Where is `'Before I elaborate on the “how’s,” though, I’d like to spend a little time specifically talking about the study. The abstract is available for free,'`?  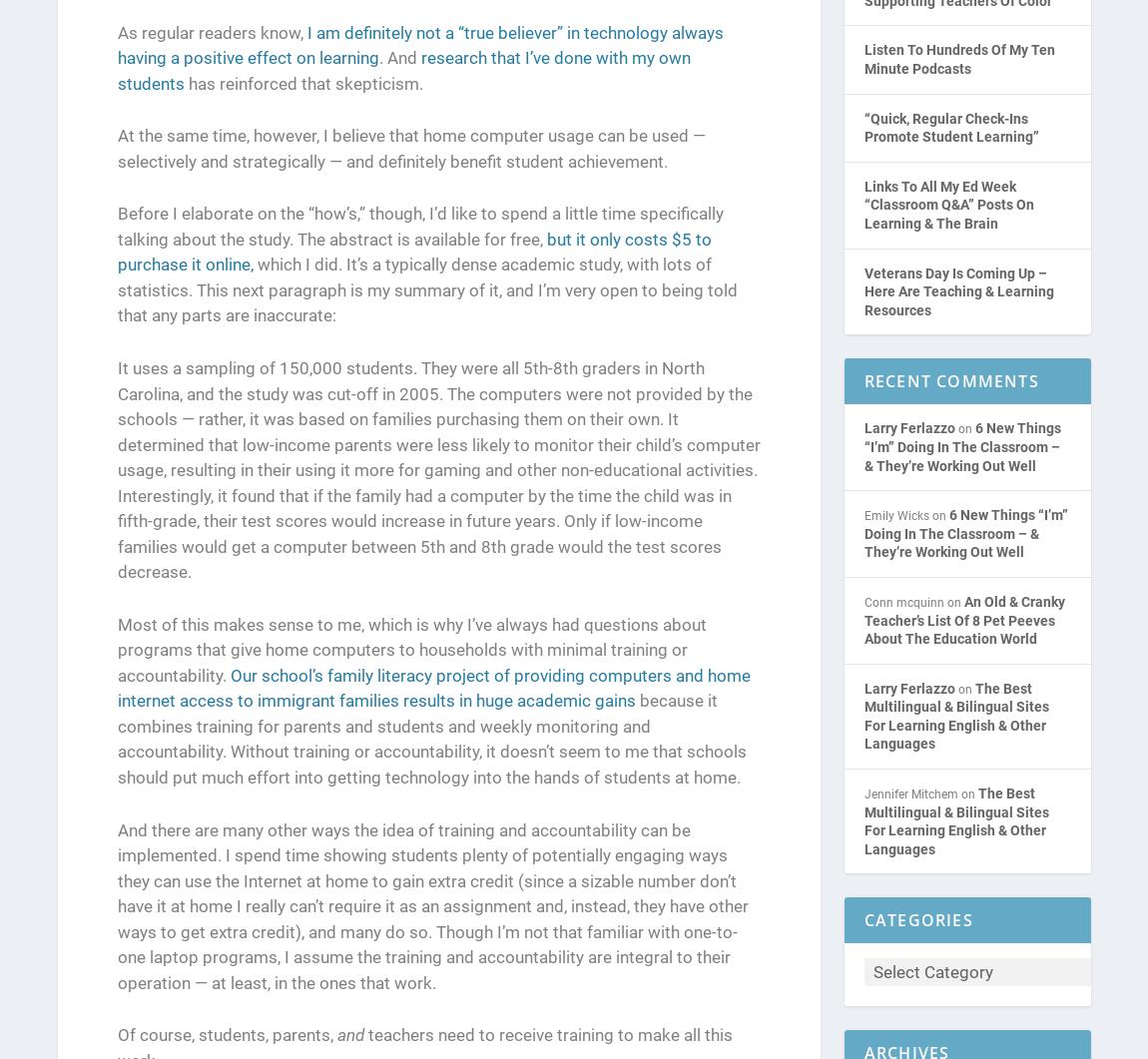 'Before I elaborate on the “how’s,” though, I’d like to spend a little time specifically talking about the study. The abstract is available for free,' is located at coordinates (419, 226).